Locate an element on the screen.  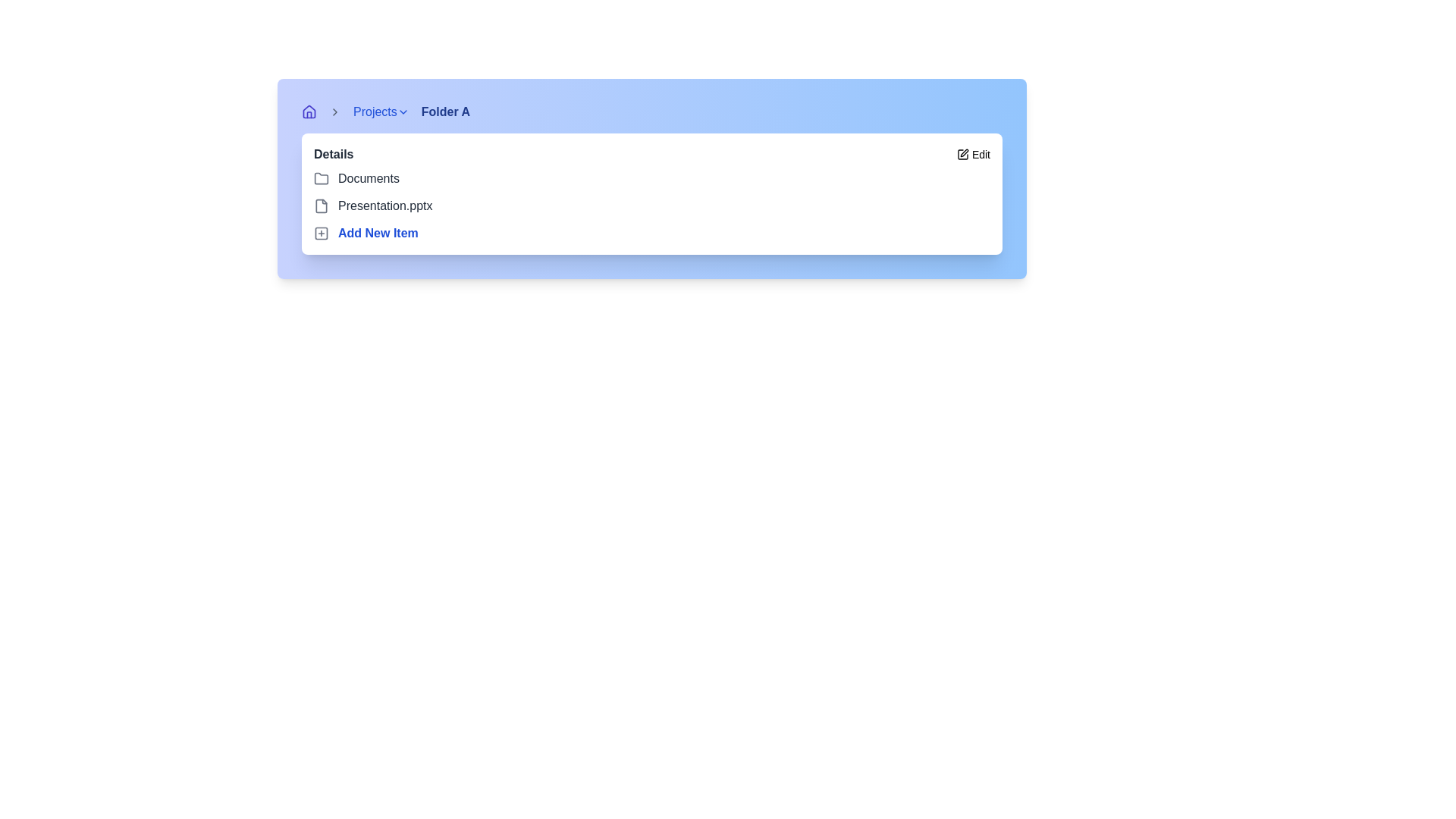
the file icon representing 'Presentation.pptx' located in the 'Details' section, which is styled with a gray color and a classic paper-like outline design is located at coordinates (320, 206).